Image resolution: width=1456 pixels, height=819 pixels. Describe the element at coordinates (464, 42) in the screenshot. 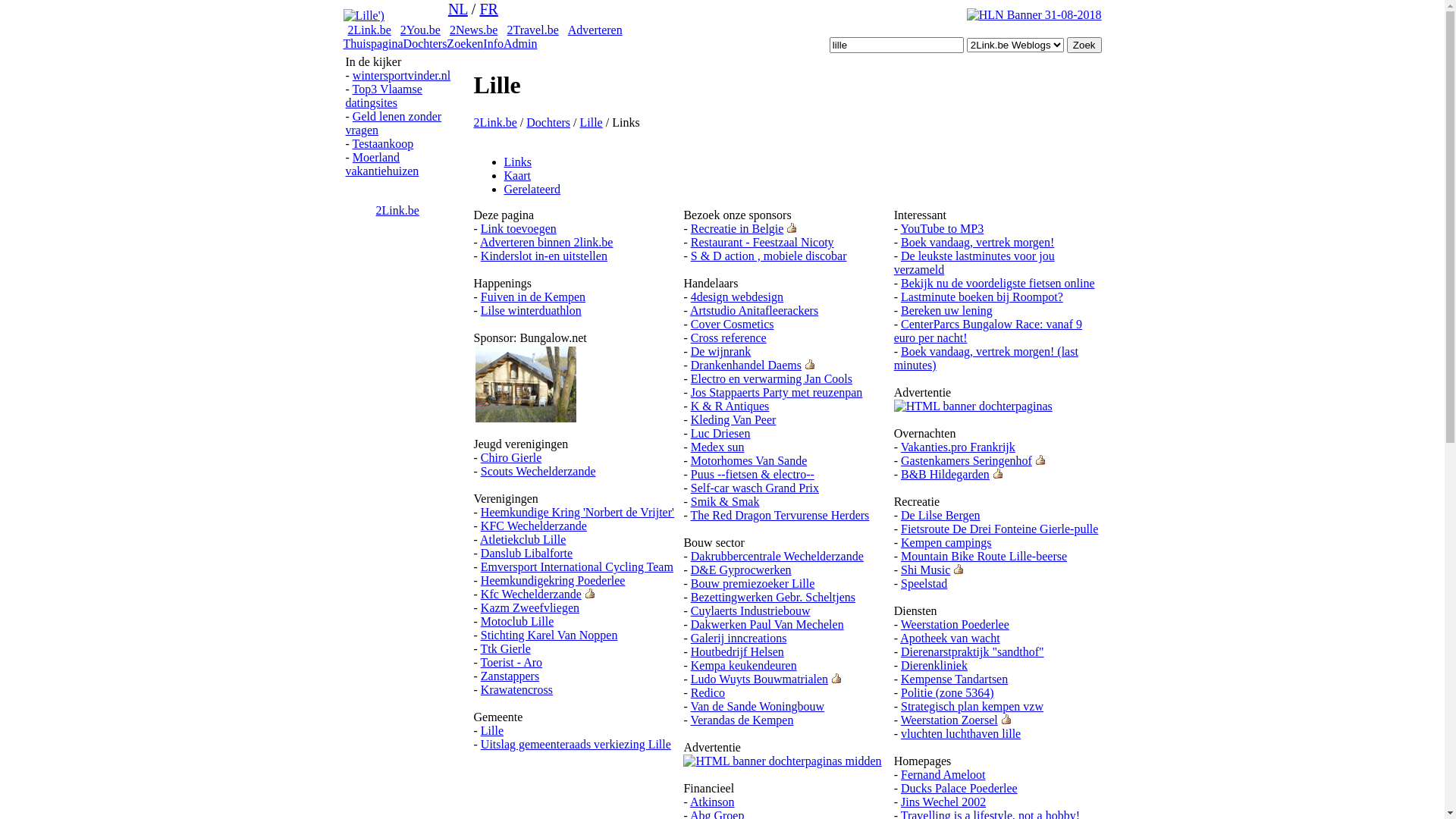

I see `'Zoeken'` at that location.